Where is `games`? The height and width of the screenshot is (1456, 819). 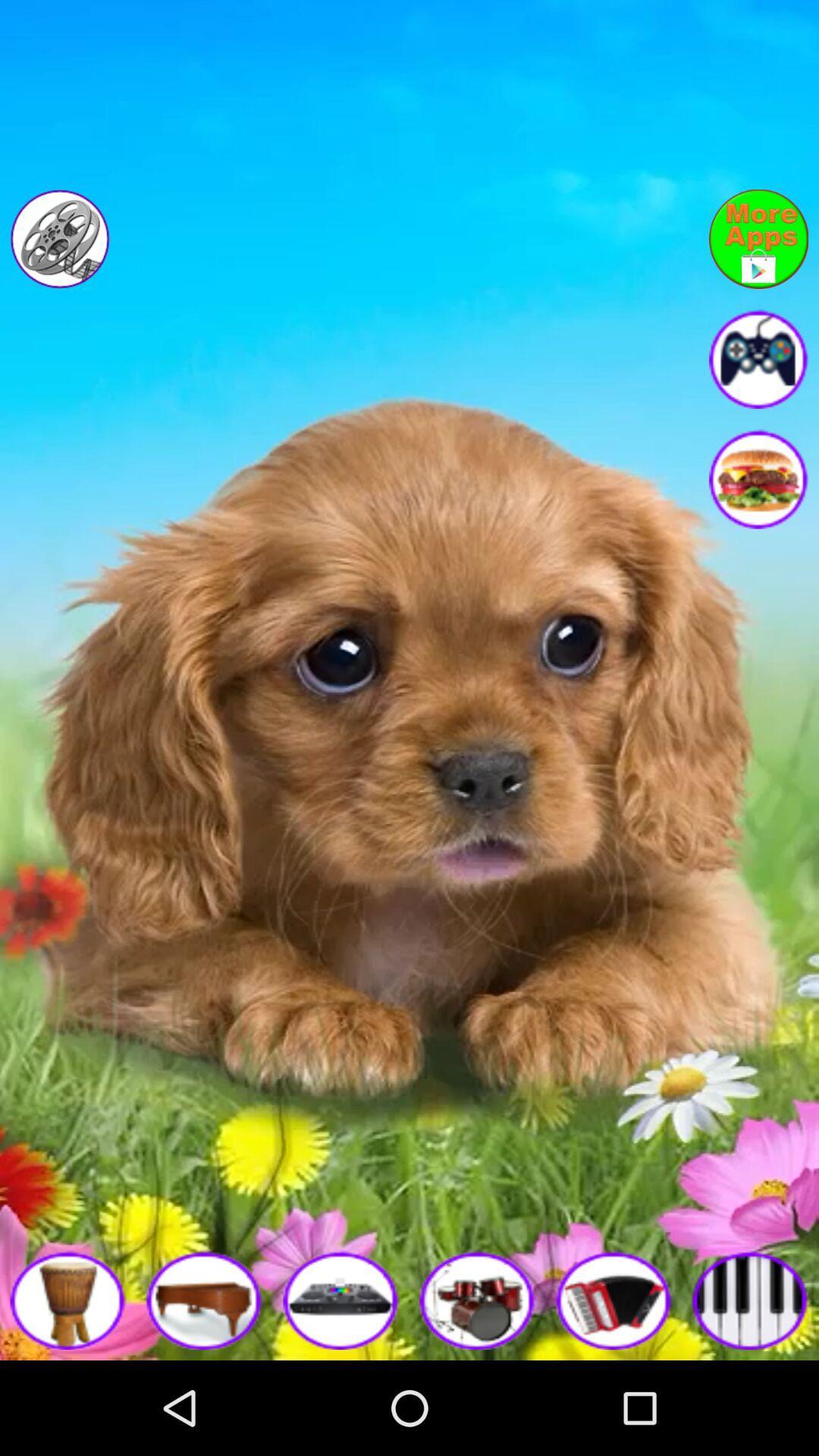
games is located at coordinates (758, 358).